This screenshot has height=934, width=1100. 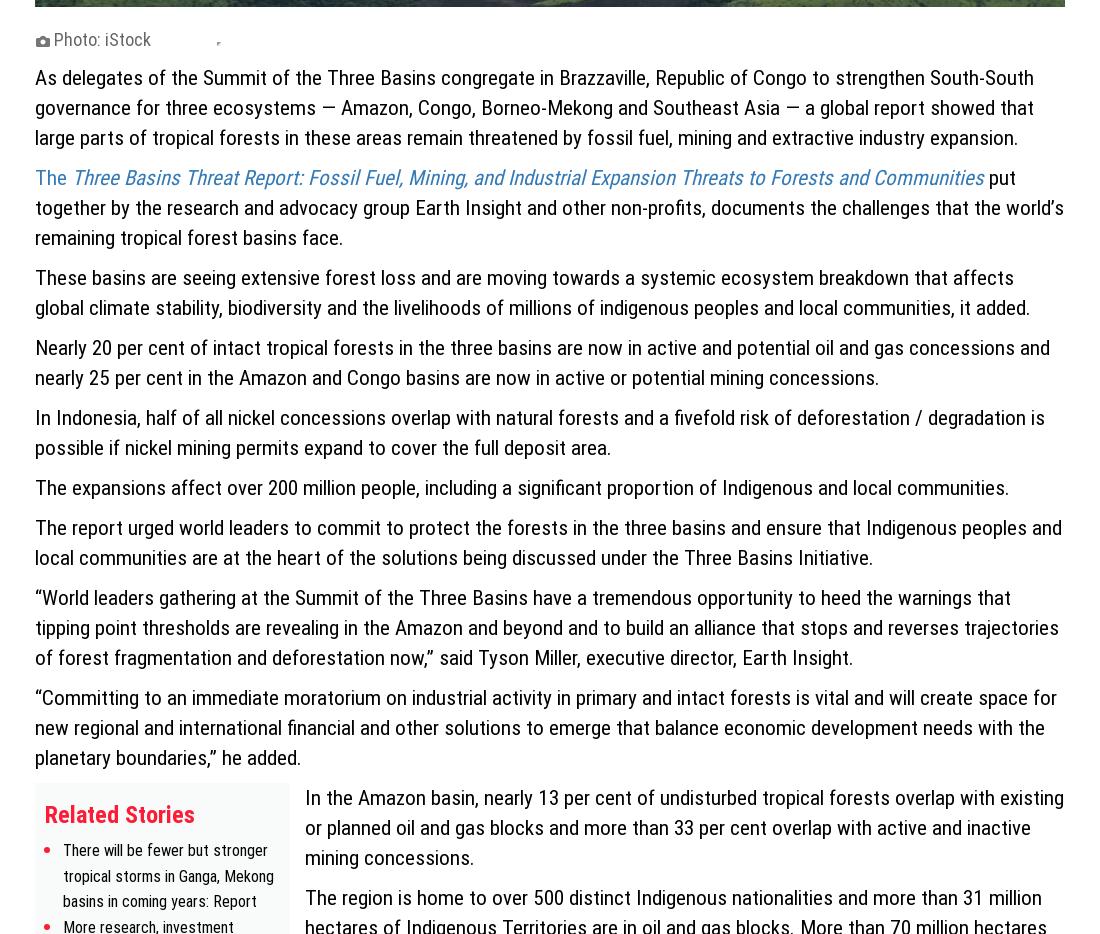 What do you see at coordinates (532, 290) in the screenshot?
I see `'These basins are seeing extensive forest loss and are moving towards a systemic ecosystem breakdown that affects global climate stability, biodiversity and the livelihoods of millions of indigenous peoples and local communities, it added.'` at bounding box center [532, 290].